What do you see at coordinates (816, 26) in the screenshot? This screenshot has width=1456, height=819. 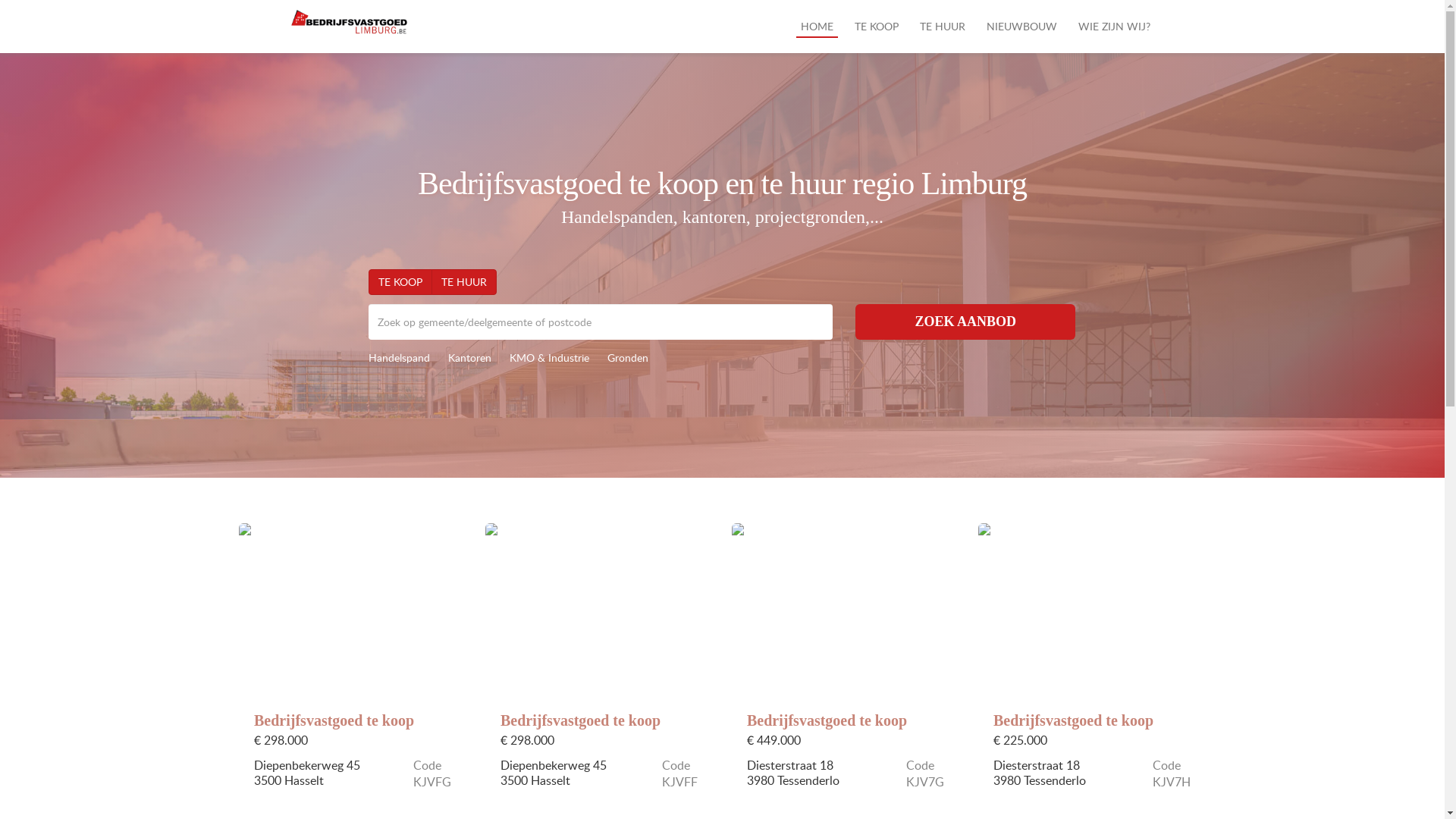 I see `'HOME'` at bounding box center [816, 26].